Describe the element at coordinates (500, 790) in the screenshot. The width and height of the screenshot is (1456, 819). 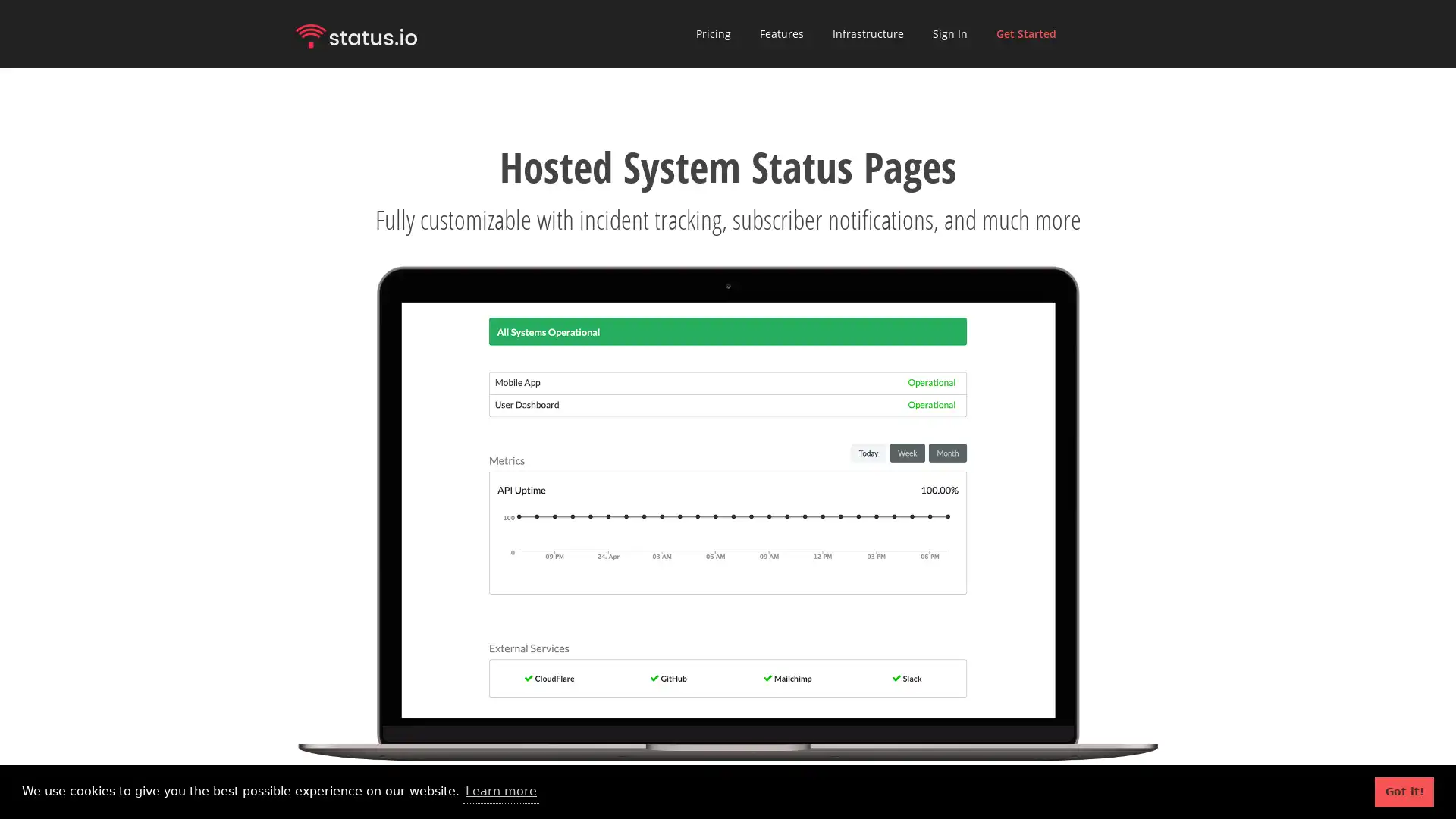
I see `learn more about cookies` at that location.